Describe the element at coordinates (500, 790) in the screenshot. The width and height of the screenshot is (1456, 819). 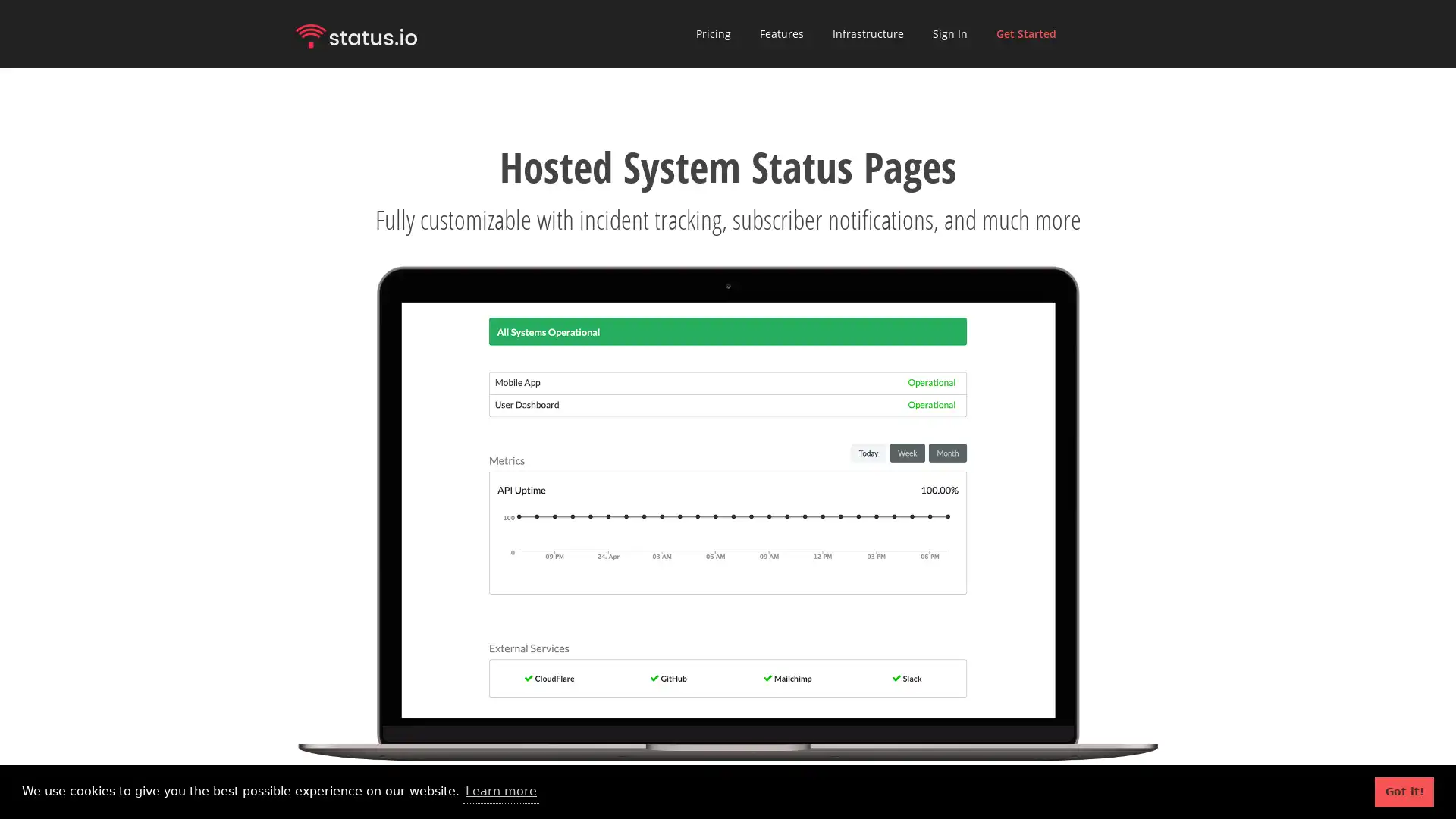
I see `learn more about cookies` at that location.